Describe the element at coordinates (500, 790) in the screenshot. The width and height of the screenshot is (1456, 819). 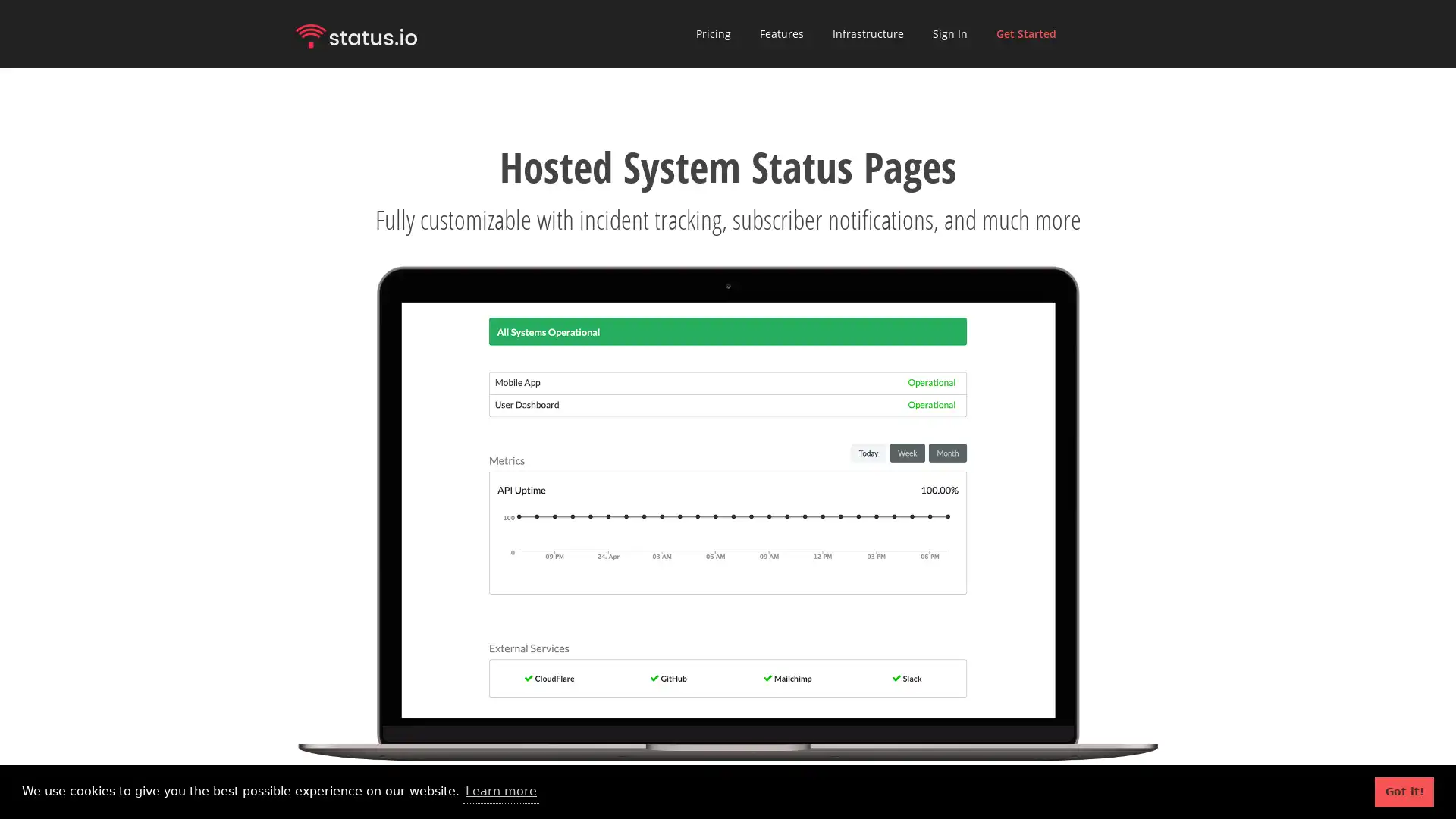
I see `learn more about cookies` at that location.